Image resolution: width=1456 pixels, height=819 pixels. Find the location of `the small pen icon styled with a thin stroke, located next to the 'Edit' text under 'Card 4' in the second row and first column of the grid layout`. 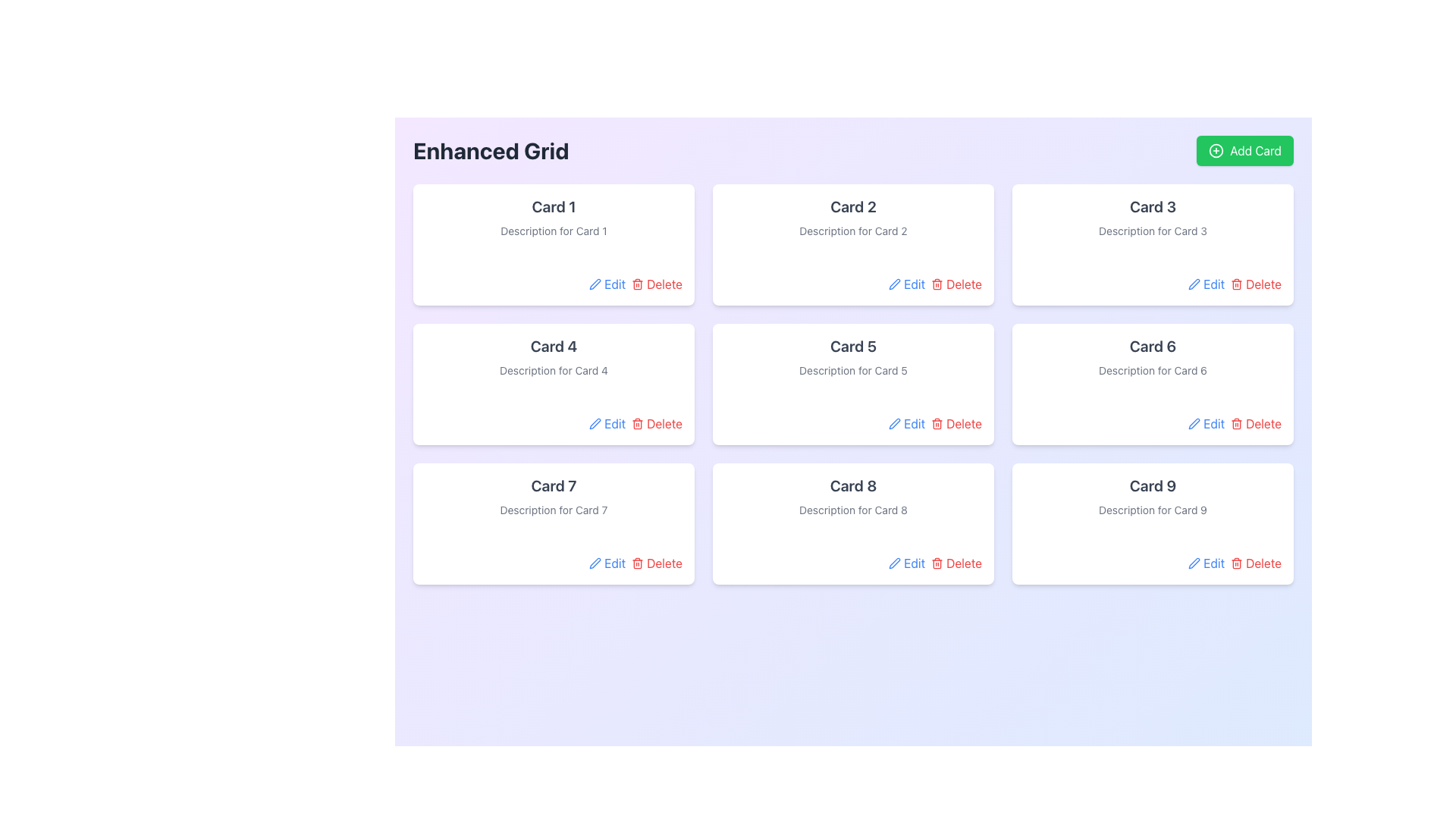

the small pen icon styled with a thin stroke, located next to the 'Edit' text under 'Card 4' in the second row and first column of the grid layout is located at coordinates (595, 424).